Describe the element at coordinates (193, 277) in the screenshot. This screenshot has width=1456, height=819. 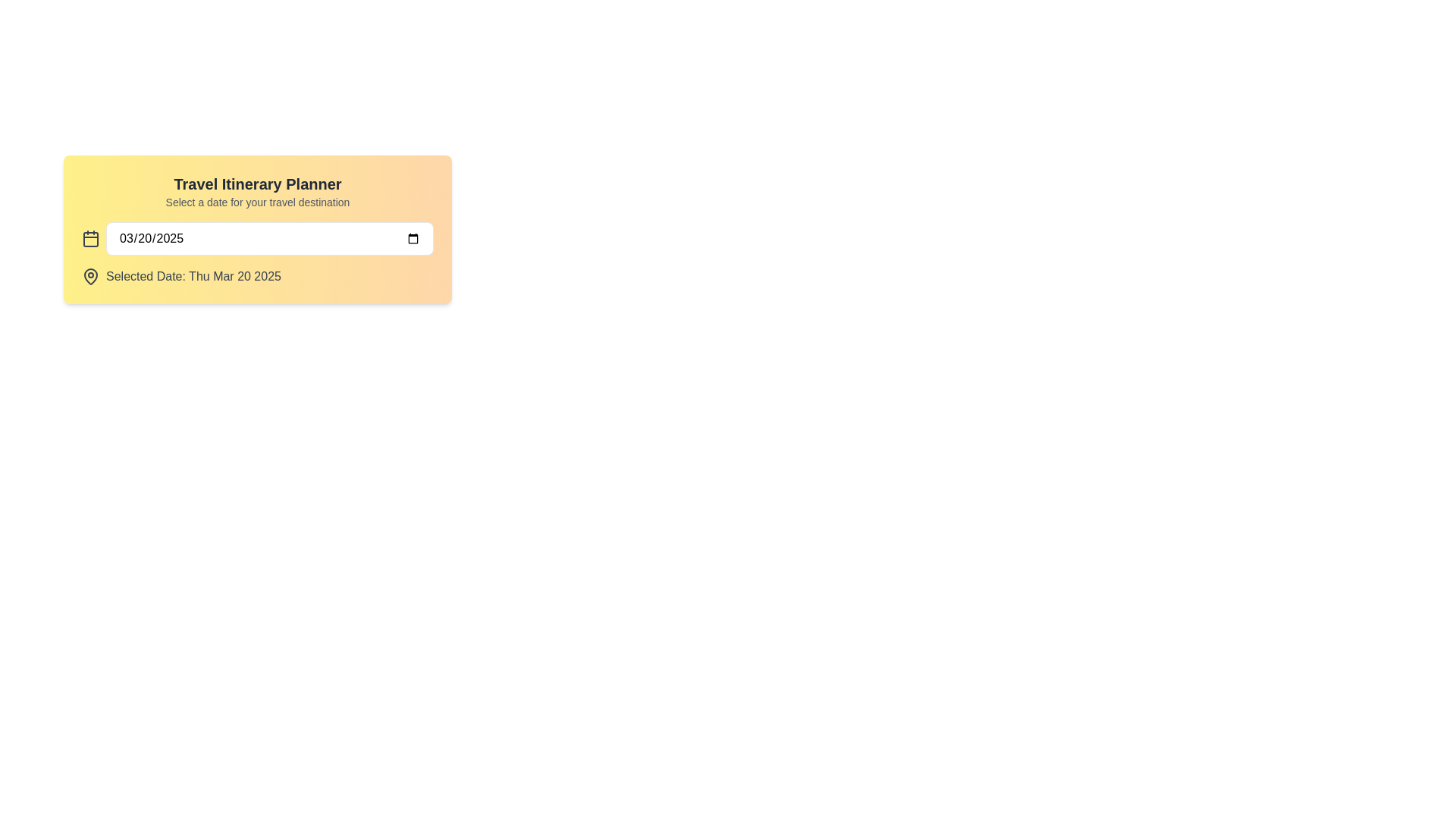
I see `the static text display that shows the selected travel date in the travel planner section, located below the calendar date input field and to the right of the location pin icon` at that location.